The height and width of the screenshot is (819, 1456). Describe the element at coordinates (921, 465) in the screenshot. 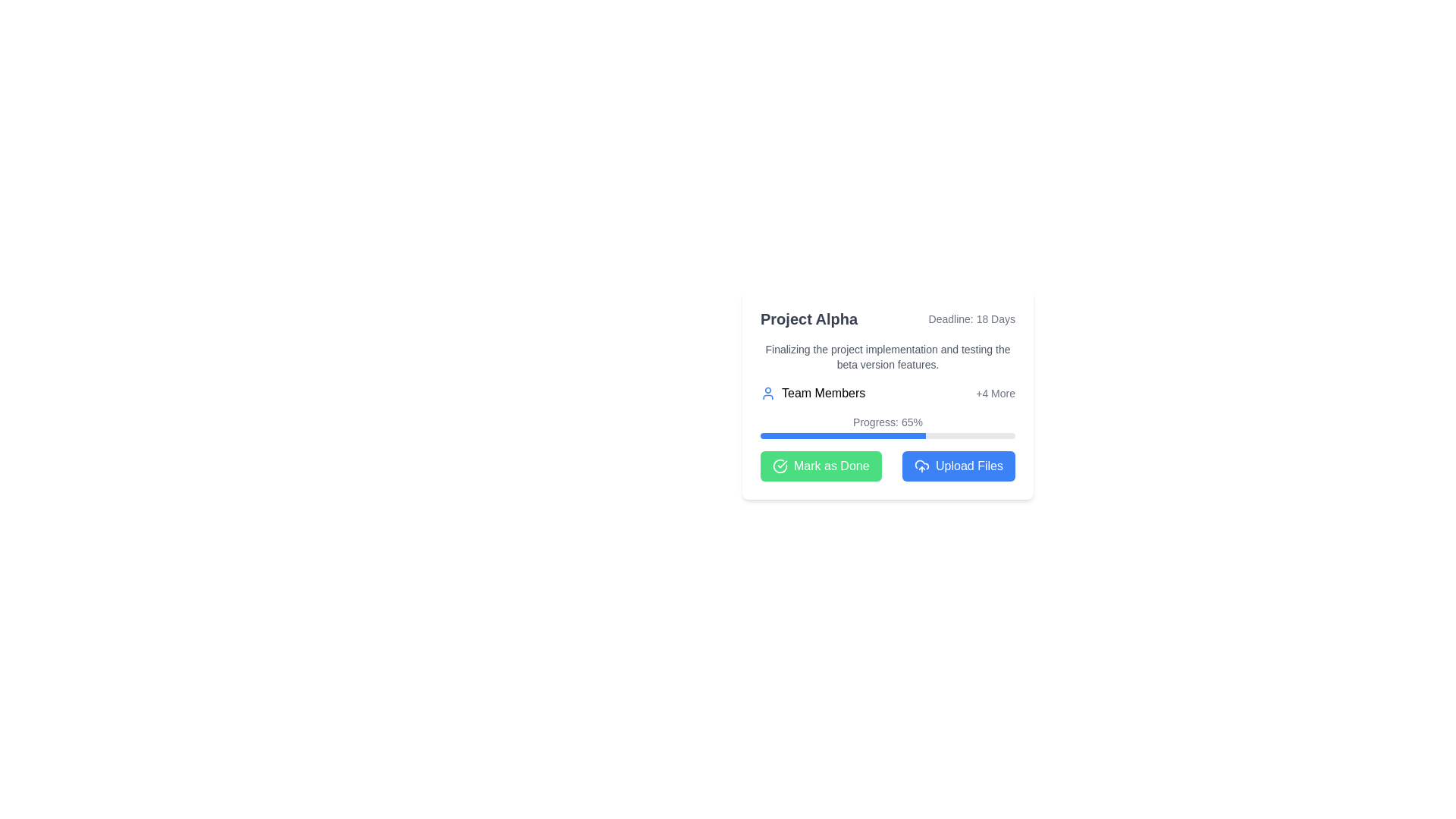

I see `the cloud outline icon representing the upload action, which is located within the blue 'Upload Files' button` at that location.